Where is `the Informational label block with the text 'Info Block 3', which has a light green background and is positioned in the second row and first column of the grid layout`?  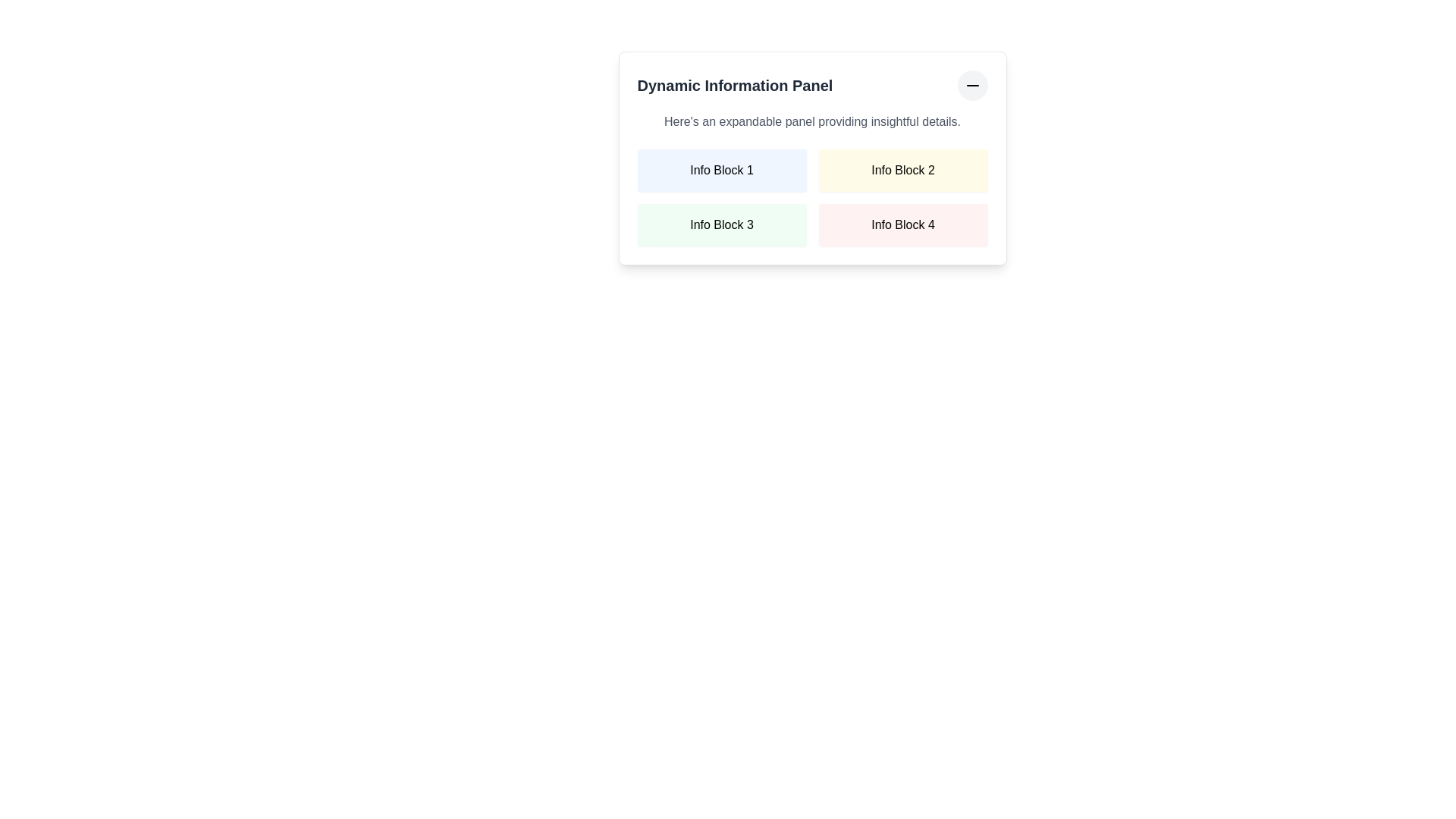 the Informational label block with the text 'Info Block 3', which has a light green background and is positioned in the second row and first column of the grid layout is located at coordinates (720, 225).